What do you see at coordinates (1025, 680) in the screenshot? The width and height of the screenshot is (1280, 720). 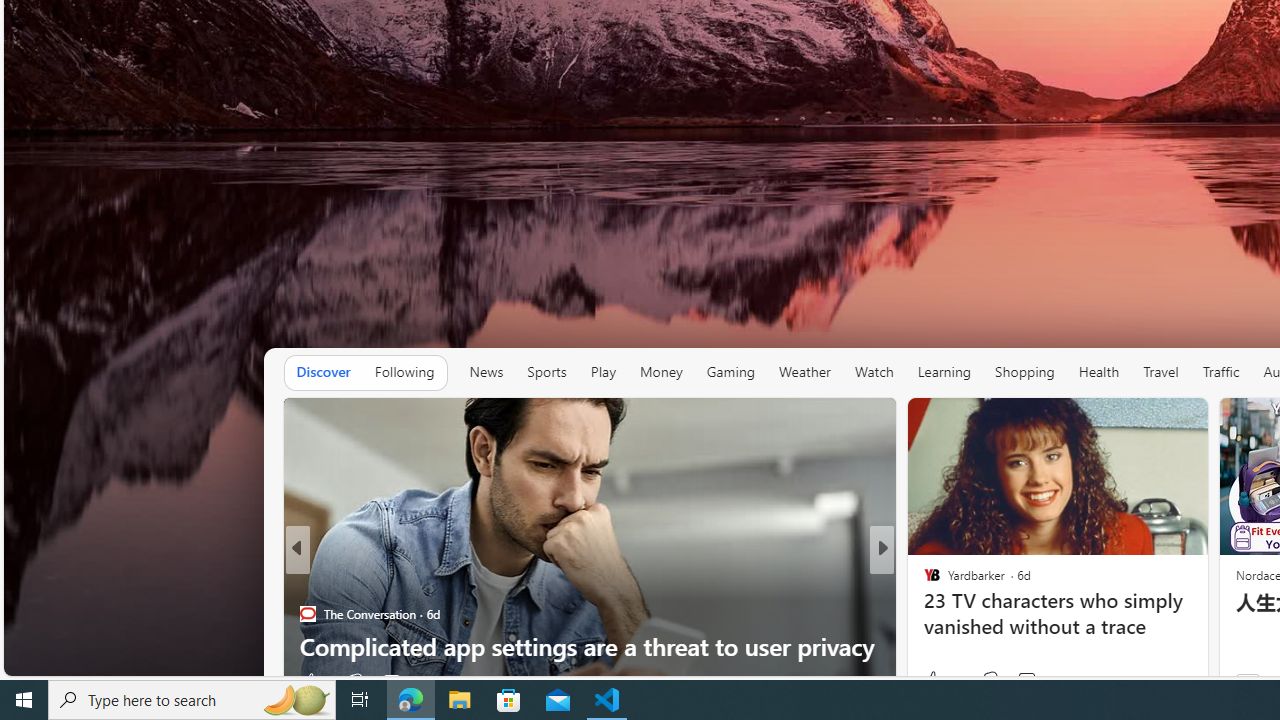 I see `'View comments 255 Comment'` at bounding box center [1025, 680].